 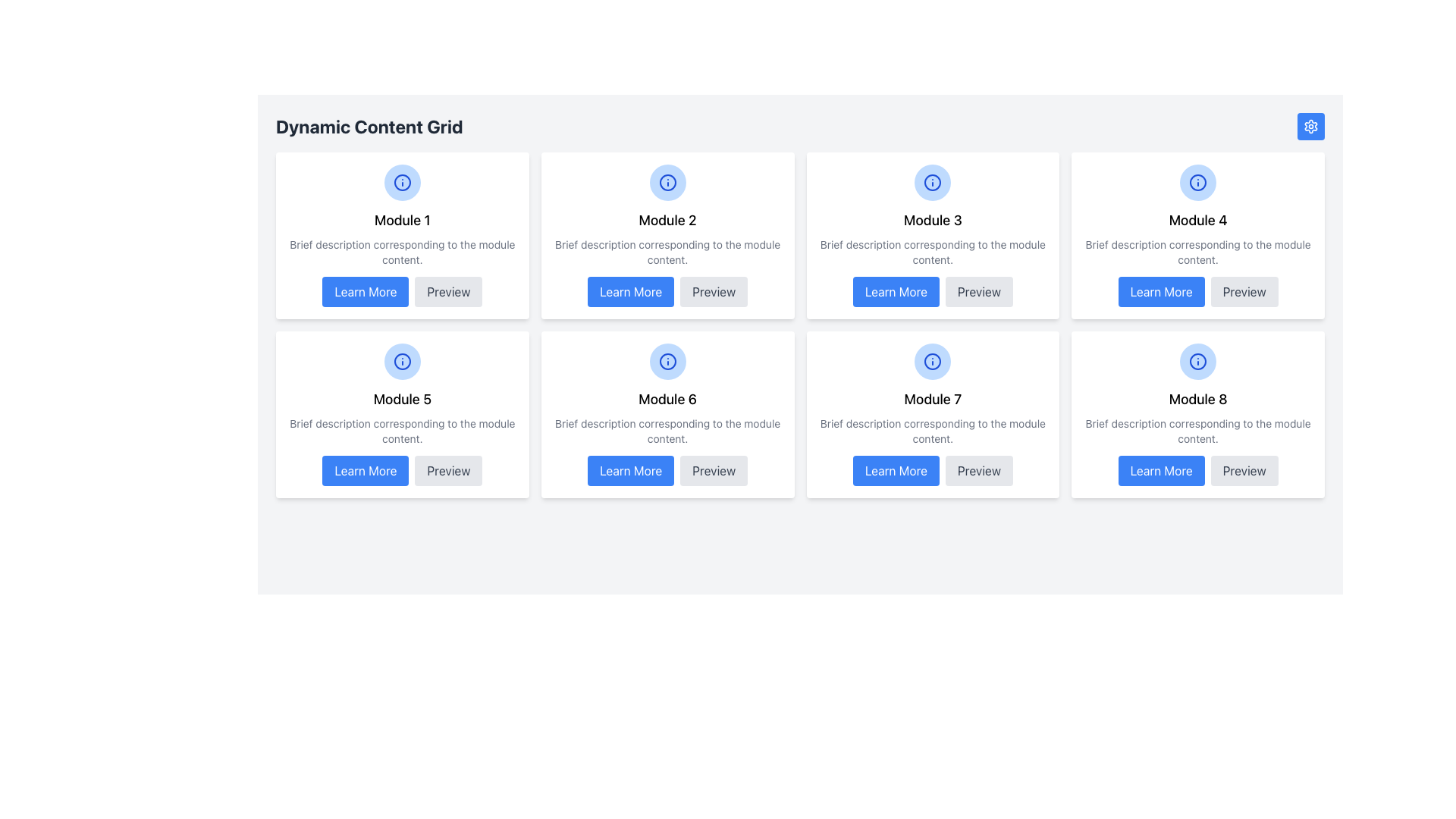 I want to click on the circular informational icon with a light blue background and a darker blue 'i' symbol located in the top row, third column of the 'Dynamic Content Grid', so click(x=932, y=181).